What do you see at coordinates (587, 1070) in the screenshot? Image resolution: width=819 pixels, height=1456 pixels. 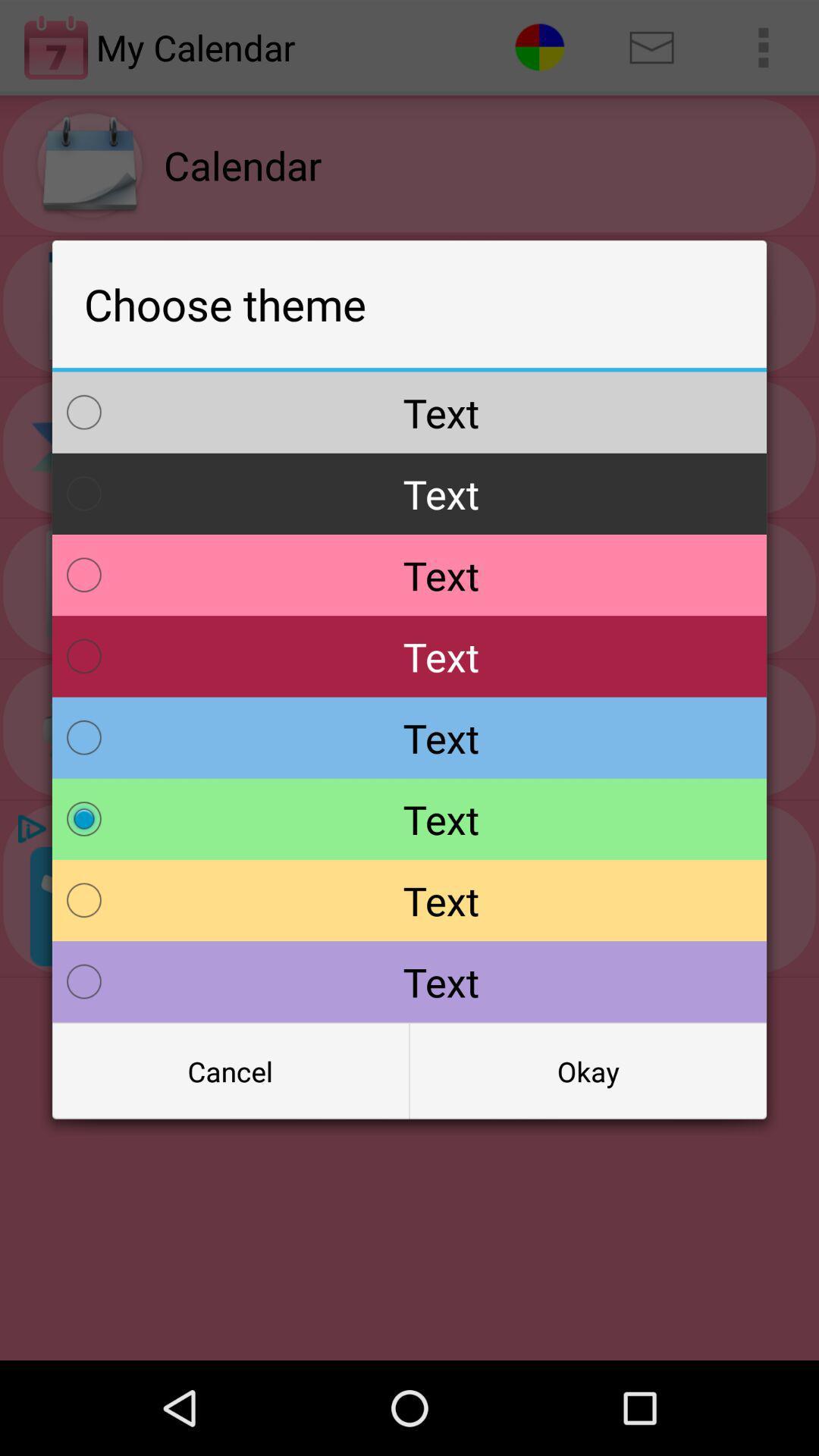 I see `item at the bottom right corner` at bounding box center [587, 1070].